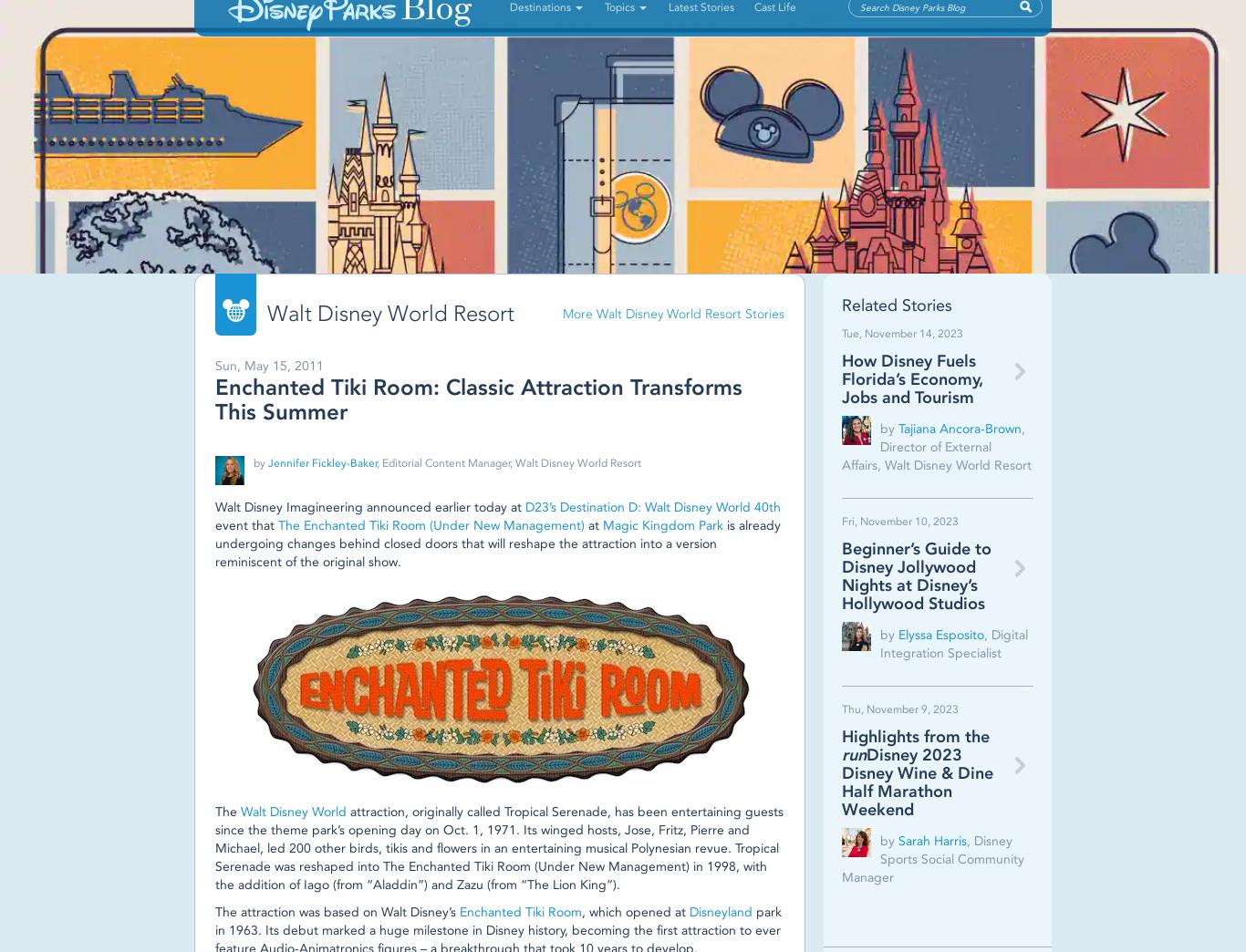  I want to click on ', Disney Sports Social Community Manager', so click(932, 857).